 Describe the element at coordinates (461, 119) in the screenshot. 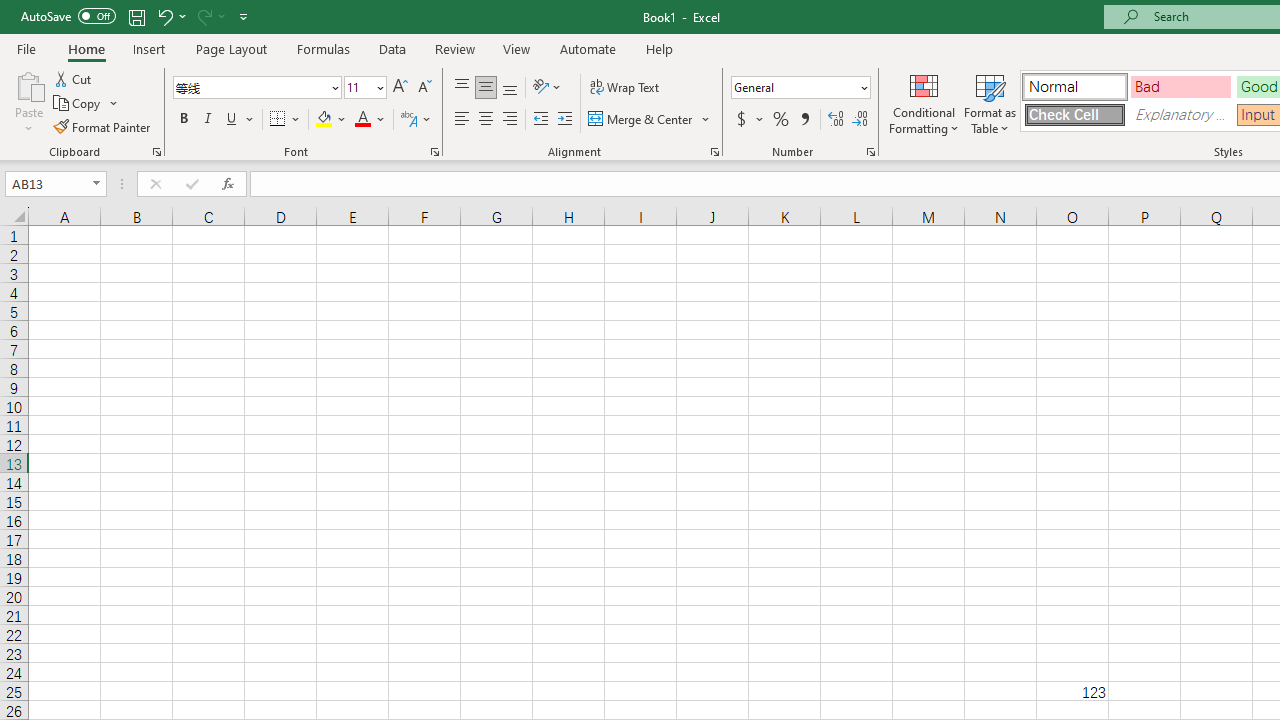

I see `'Align Left'` at that location.